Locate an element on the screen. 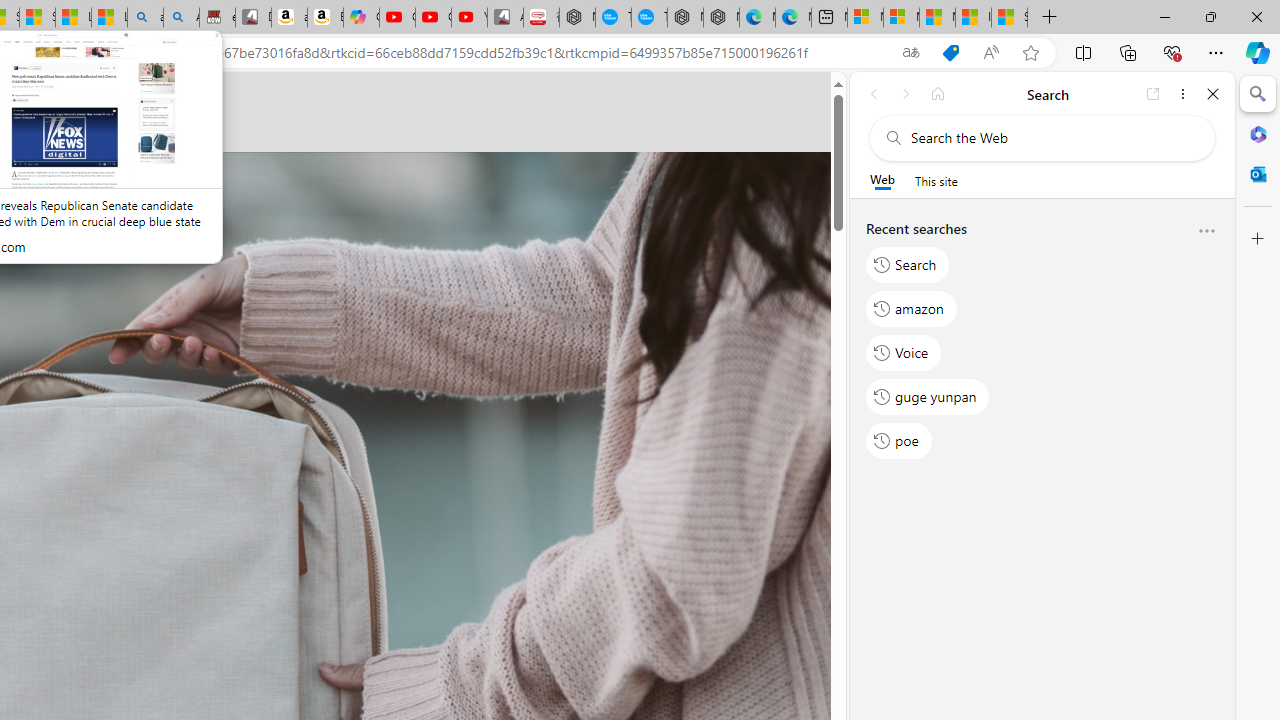  'poe' is located at coordinates (898, 440).